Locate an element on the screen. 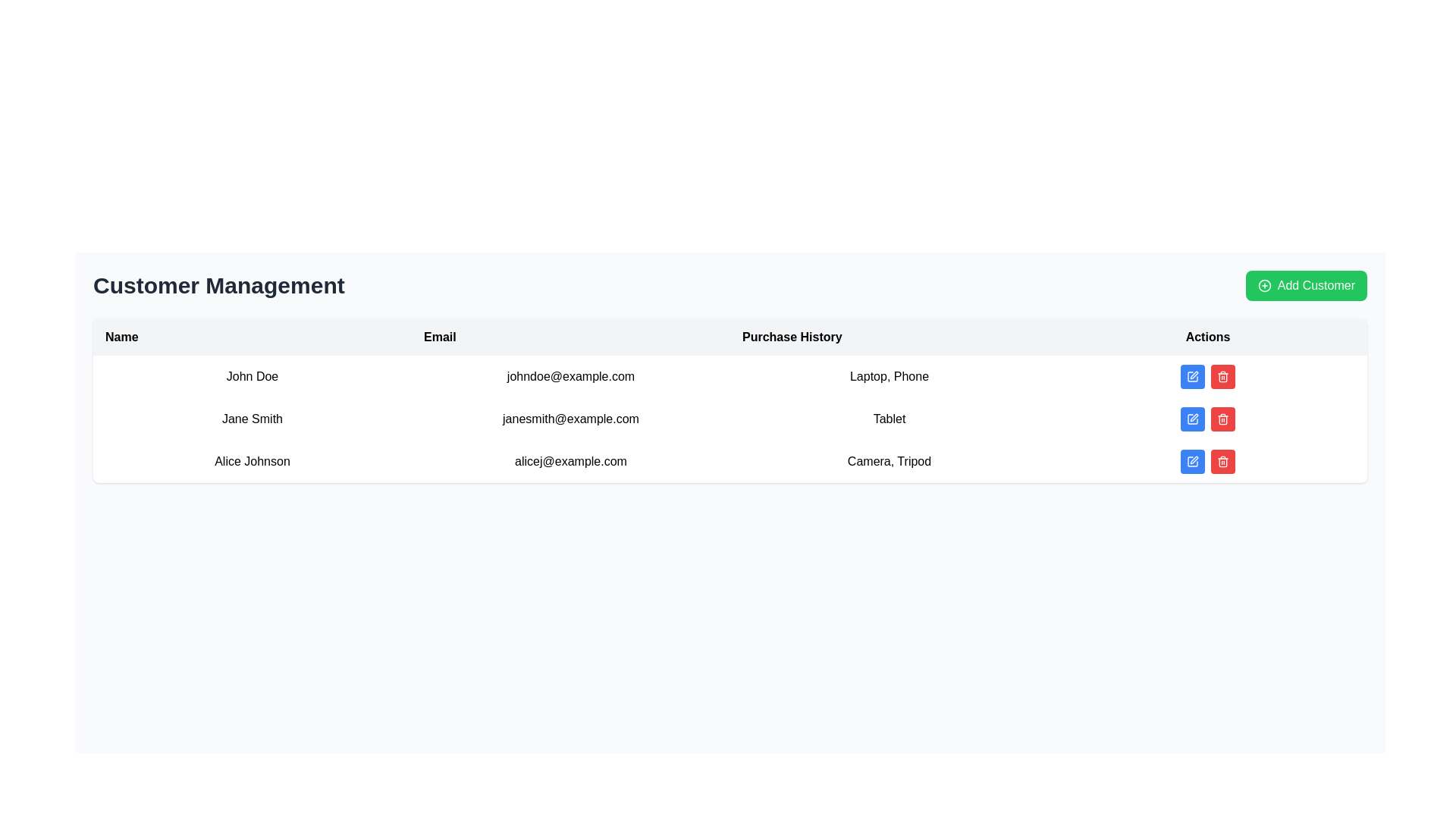 This screenshot has width=1456, height=819. the email display element showing 'alicej@example.com' in the second cell of the 'Email' column for the user 'Alice Johnson' is located at coordinates (570, 461).